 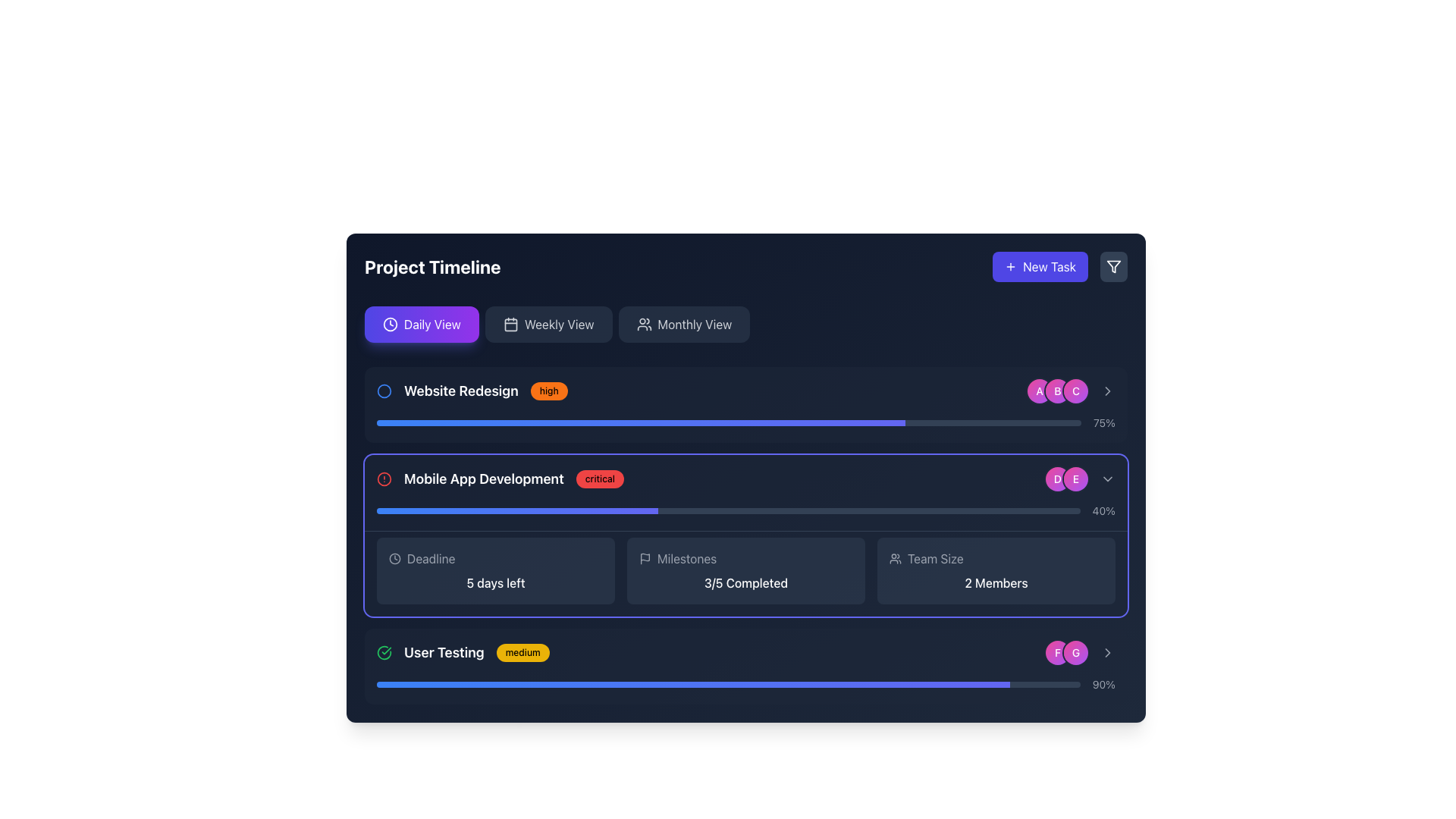 What do you see at coordinates (548, 324) in the screenshot?
I see `the 'Weekly View' button, which is the second of three sibling buttons styled with a dark background and light gray text` at bounding box center [548, 324].